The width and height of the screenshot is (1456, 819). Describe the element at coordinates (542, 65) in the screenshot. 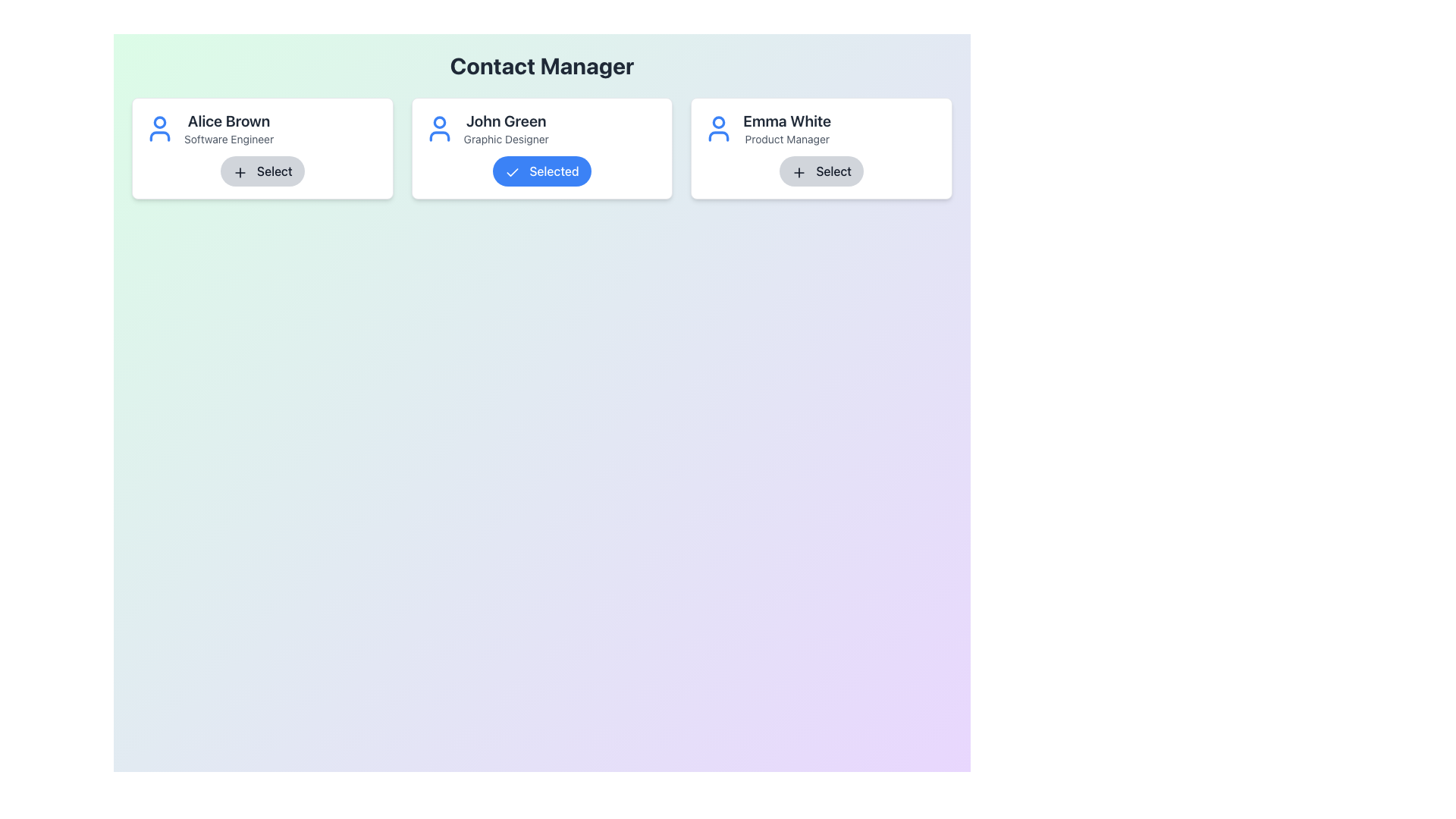

I see `the central Text Label or Header that indicates the purpose of the contact manager interface, positioned above the user profile cards` at that location.